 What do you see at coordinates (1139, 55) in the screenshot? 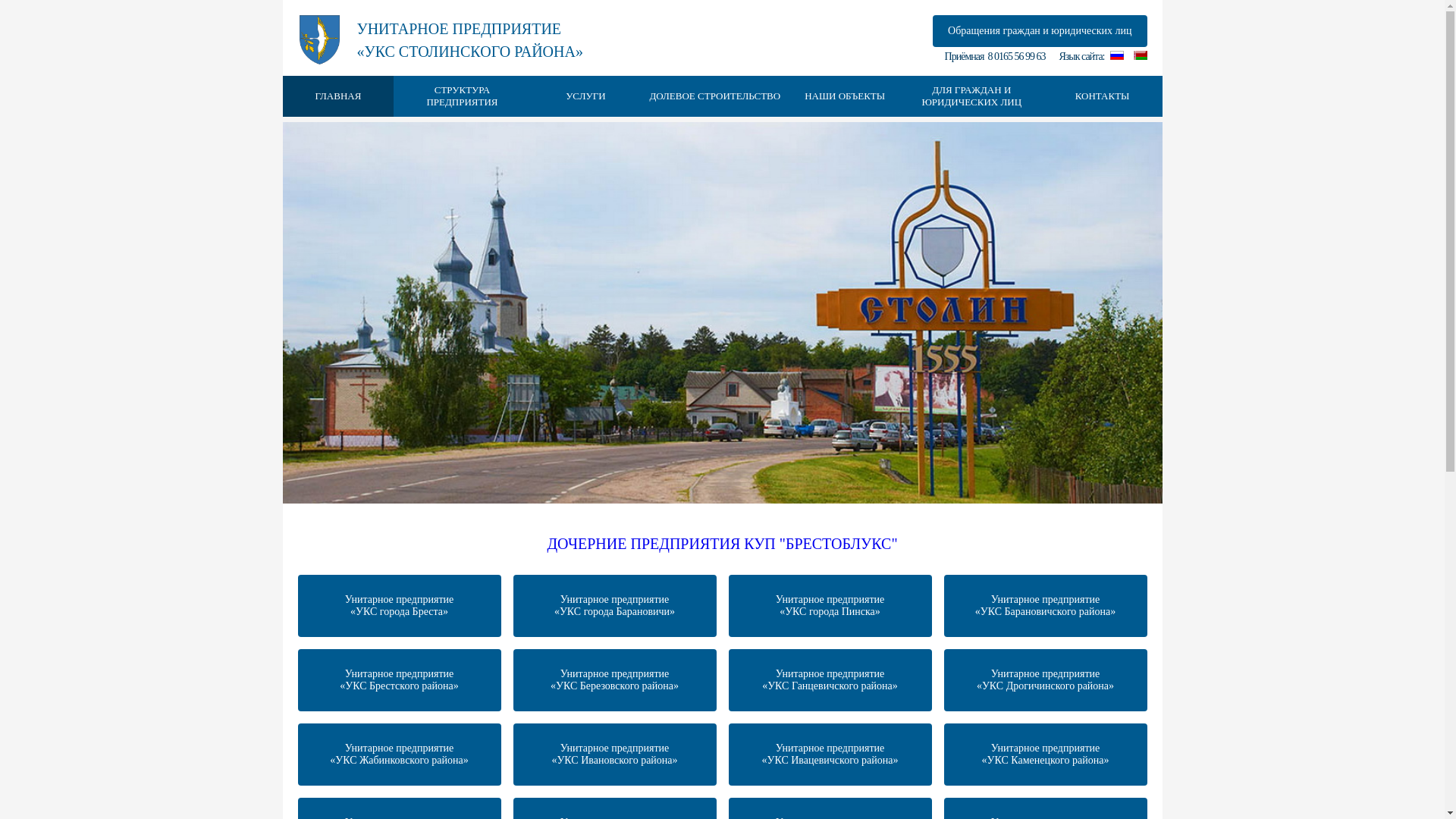
I see `'Belarusian (be-BY)'` at bounding box center [1139, 55].